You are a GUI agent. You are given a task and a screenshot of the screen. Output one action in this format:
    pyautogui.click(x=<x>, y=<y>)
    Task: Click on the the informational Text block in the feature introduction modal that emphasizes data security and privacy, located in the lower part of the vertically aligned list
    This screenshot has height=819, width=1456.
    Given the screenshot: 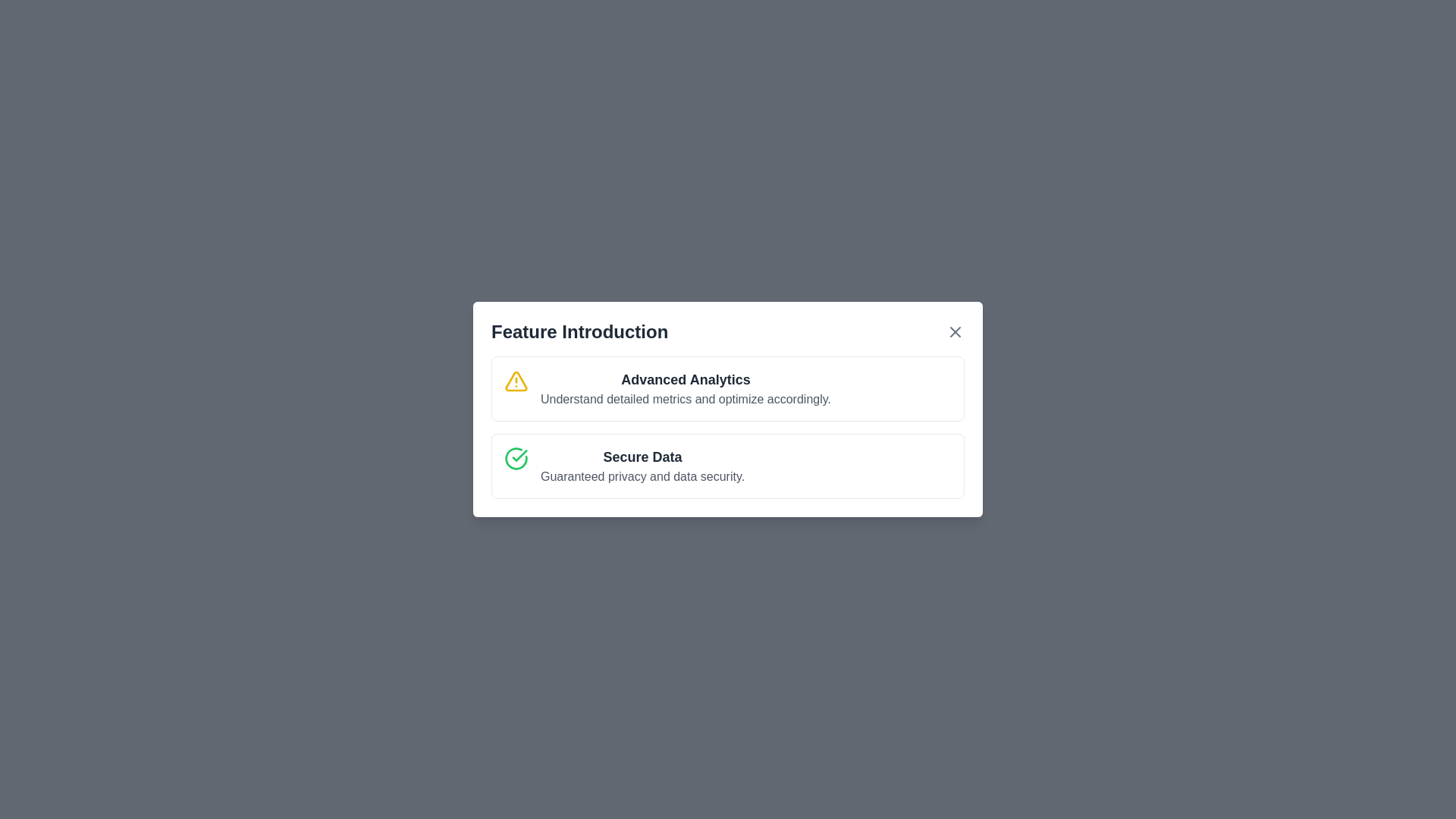 What is the action you would take?
    pyautogui.click(x=642, y=465)
    